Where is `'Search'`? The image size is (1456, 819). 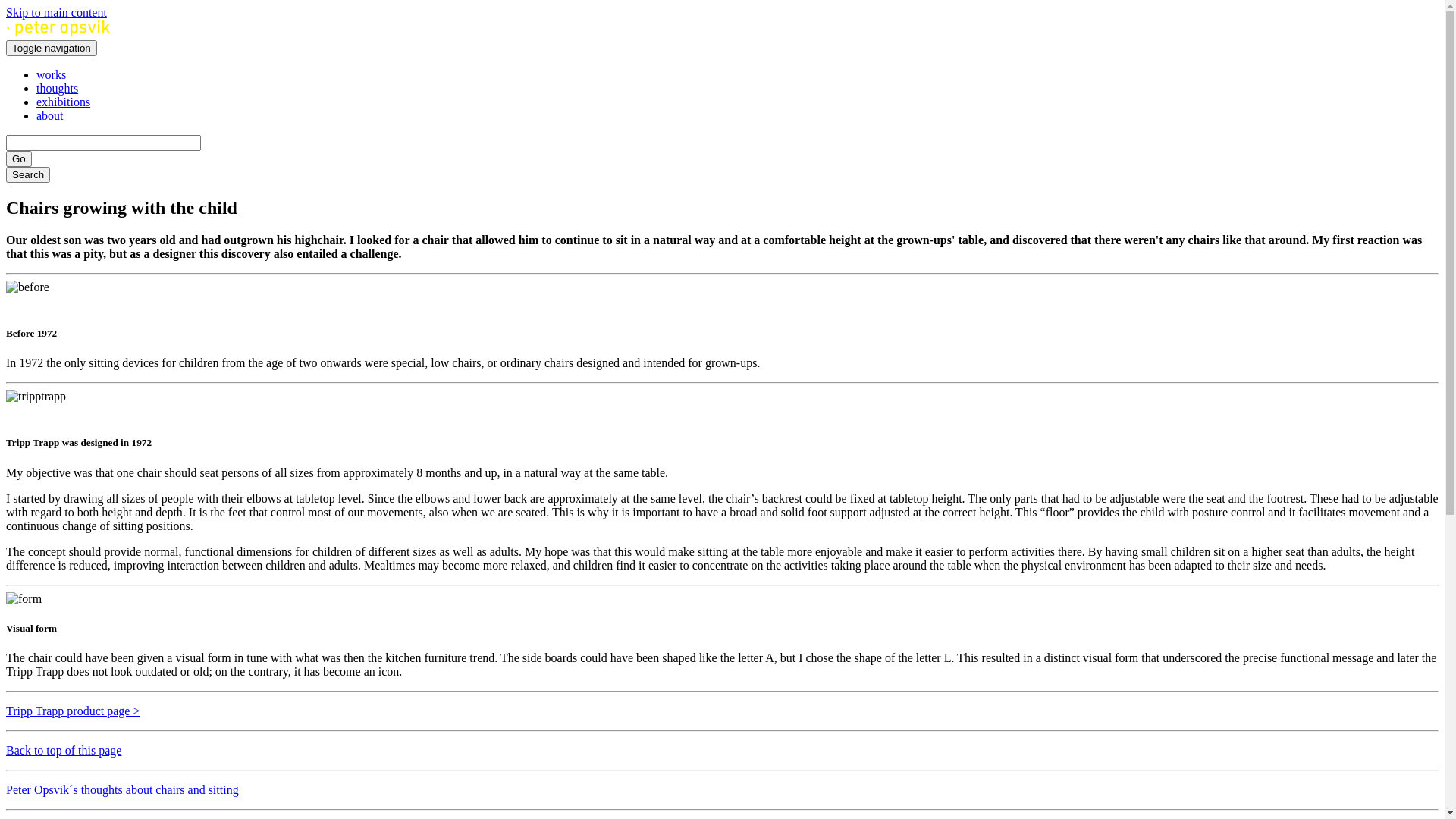
'Search' is located at coordinates (28, 174).